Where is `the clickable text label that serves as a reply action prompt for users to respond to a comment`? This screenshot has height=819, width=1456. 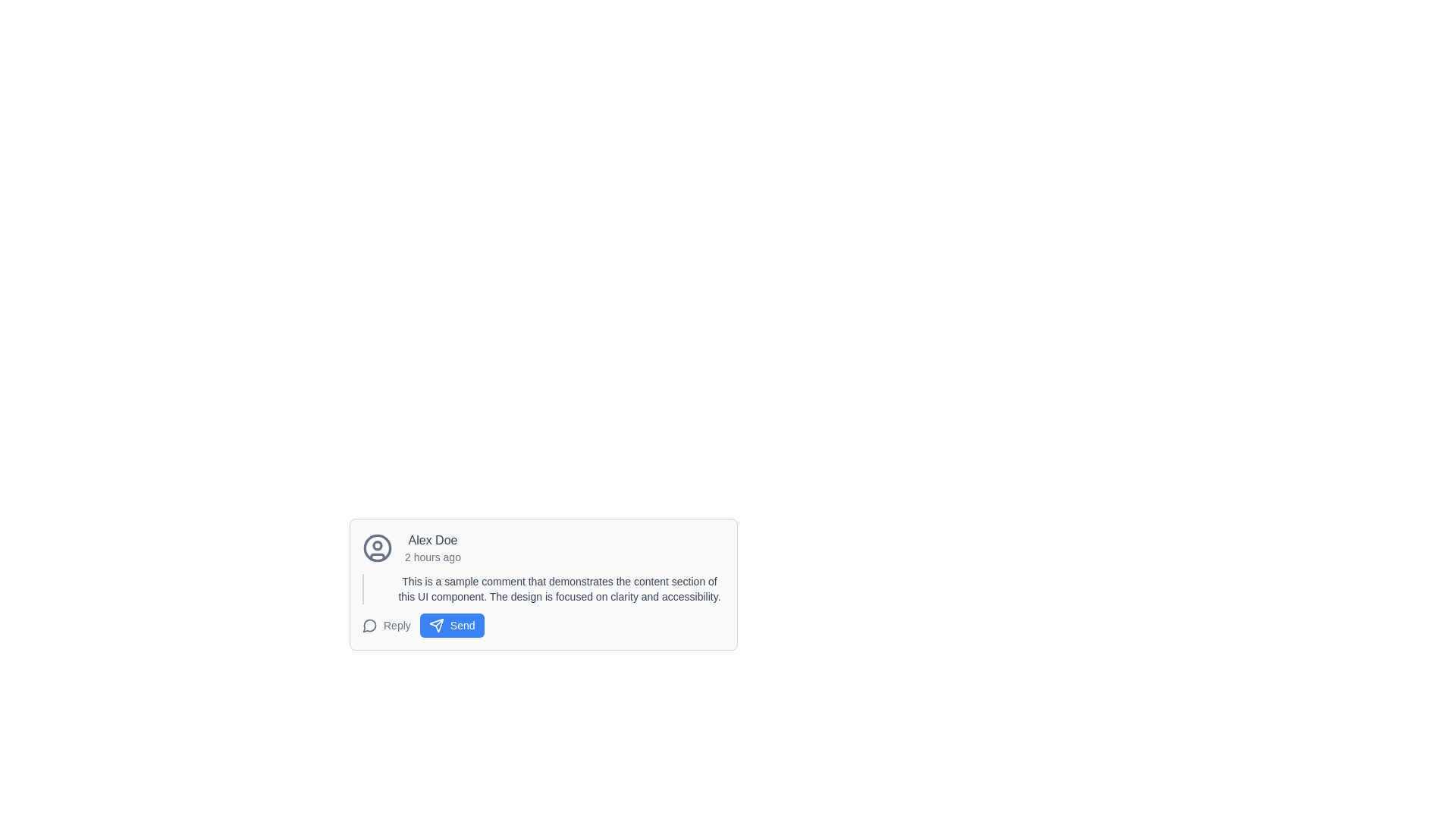
the clickable text label that serves as a reply action prompt for users to respond to a comment is located at coordinates (397, 626).